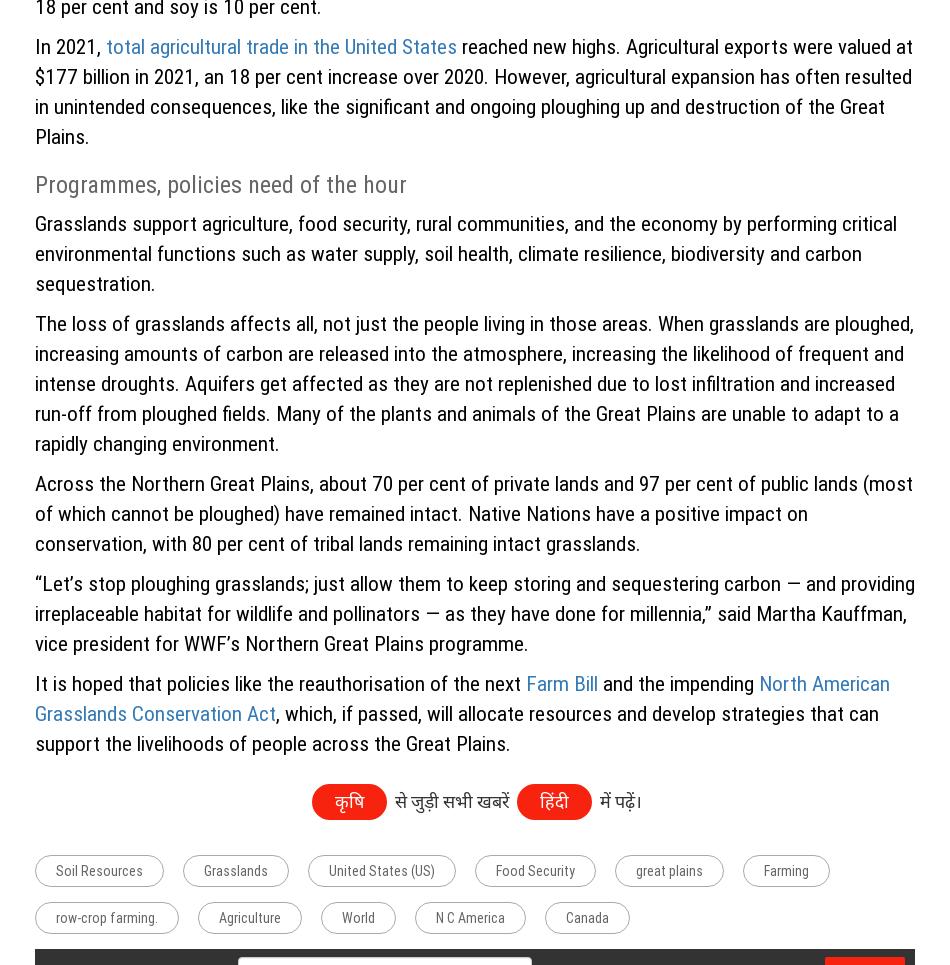  I want to click on '“Let’s stop ploughing grasslands; just allow them to keep storing and sequestering carbon — and providing irreplaceable habitat for wildlife and pollinators — as they have done for millennia,” said Martha Kauffman, vice president for WWF’s Northern Great Plains programme.', so click(34, 611).